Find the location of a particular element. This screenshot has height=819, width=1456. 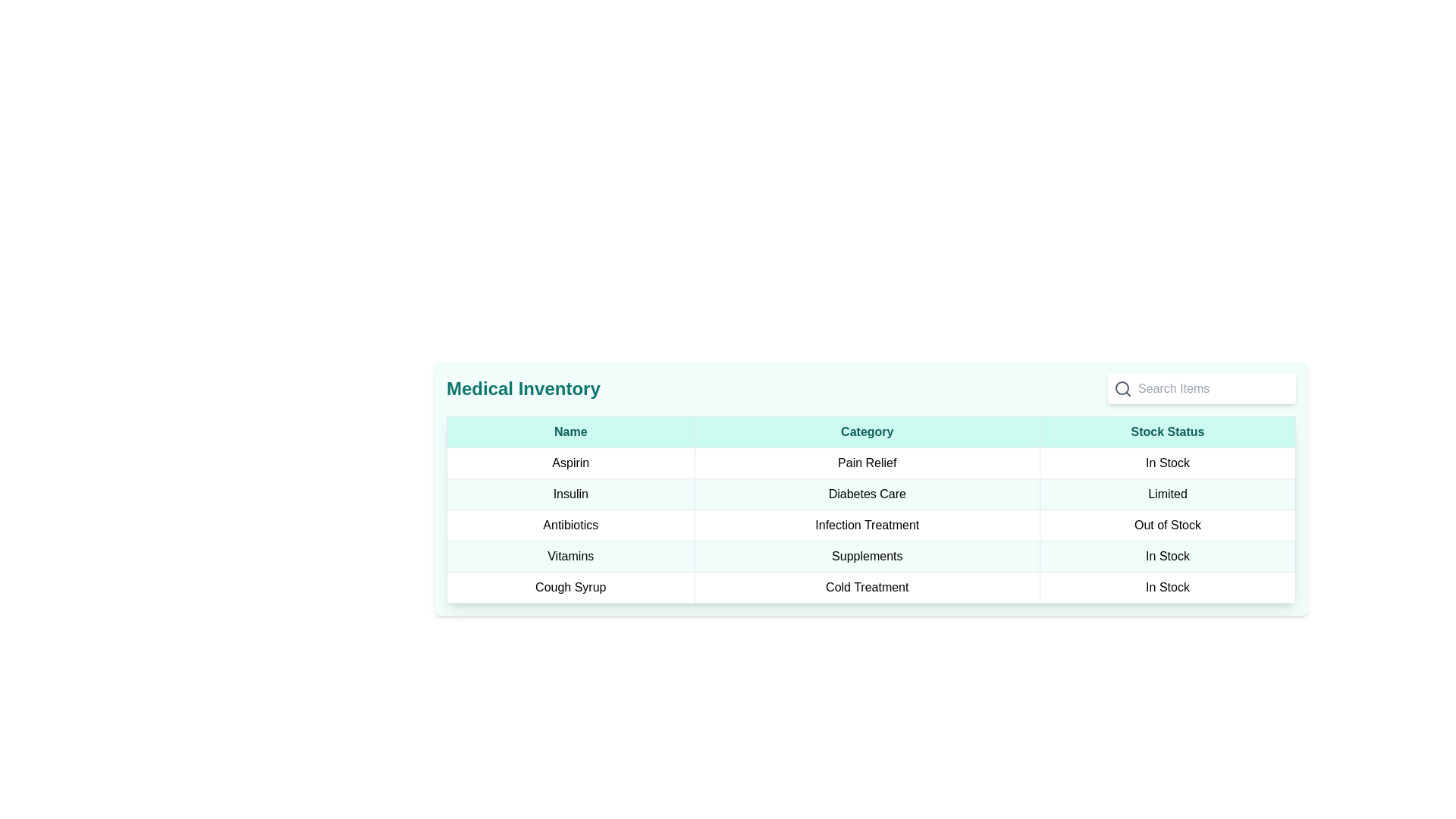

the bottom-most row of the table in the 'Medical Inventory' section that represents 'Cough Syrup', 'Cold Treatment', and 'In Stock' is located at coordinates (871, 587).